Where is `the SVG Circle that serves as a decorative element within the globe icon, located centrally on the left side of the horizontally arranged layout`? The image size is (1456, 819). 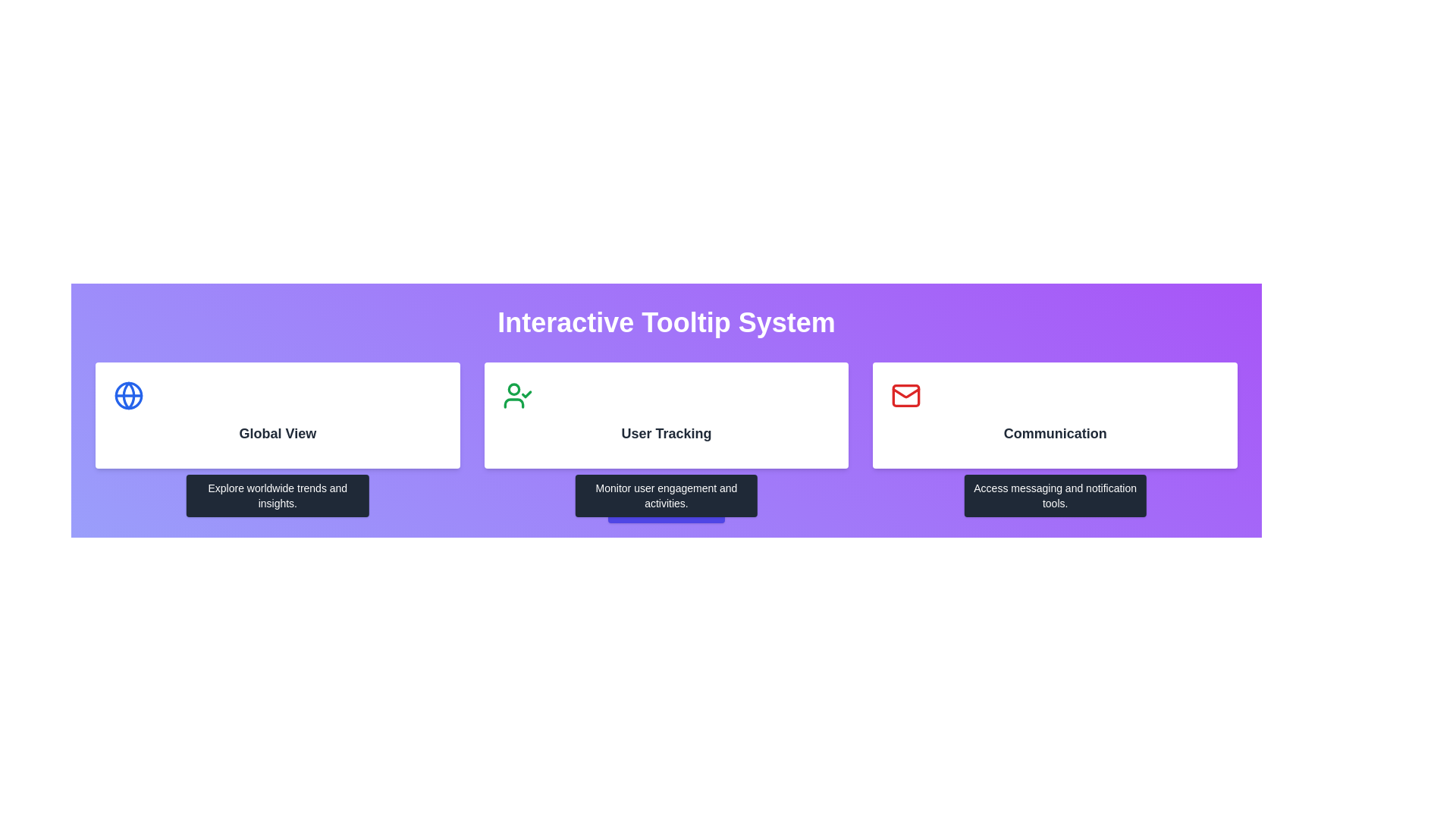
the SVG Circle that serves as a decorative element within the globe icon, located centrally on the left side of the horizontally arranged layout is located at coordinates (128, 394).